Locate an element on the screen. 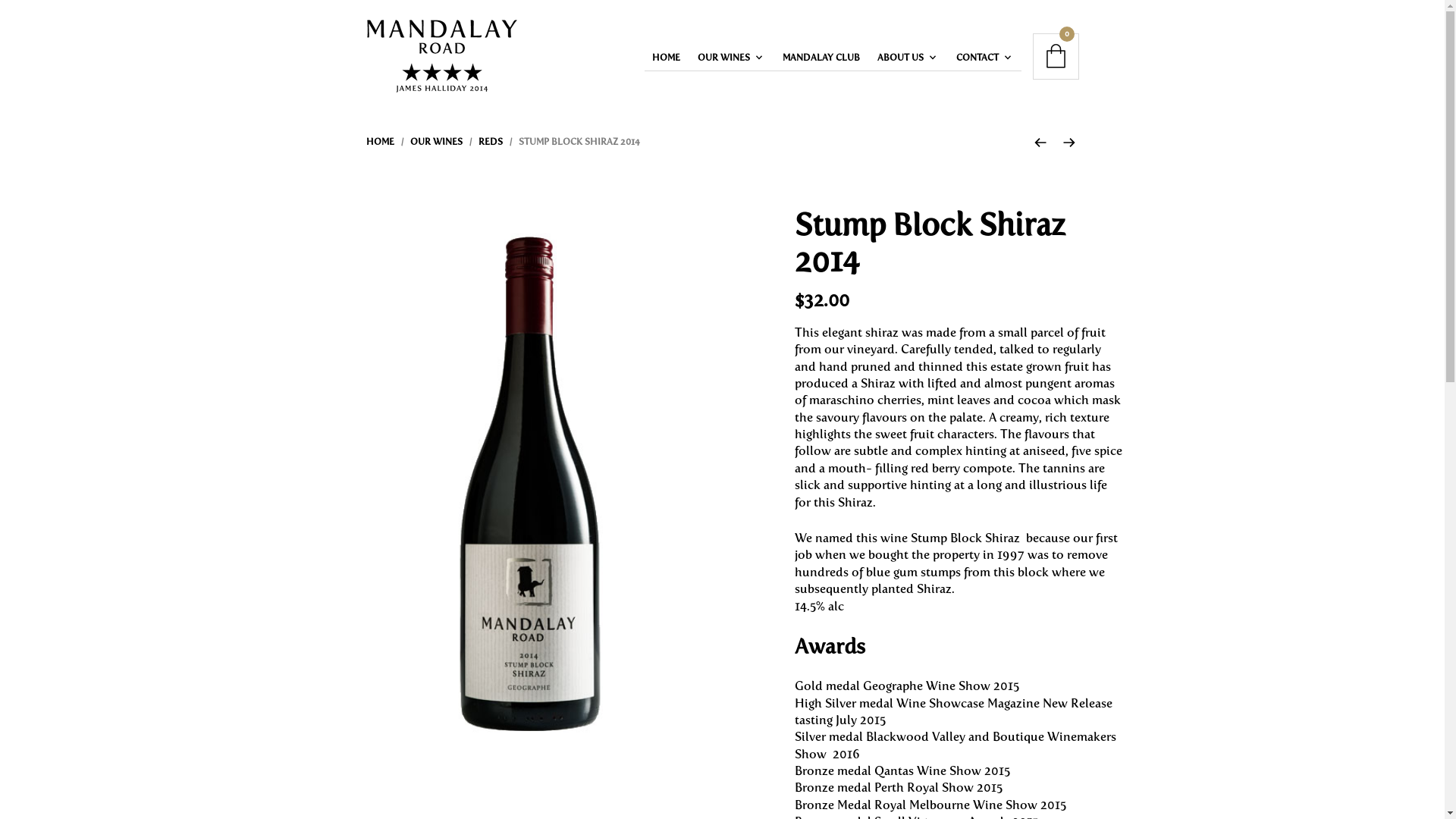 Image resolution: width=1456 pixels, height=819 pixels. 'REDS' is located at coordinates (490, 141).